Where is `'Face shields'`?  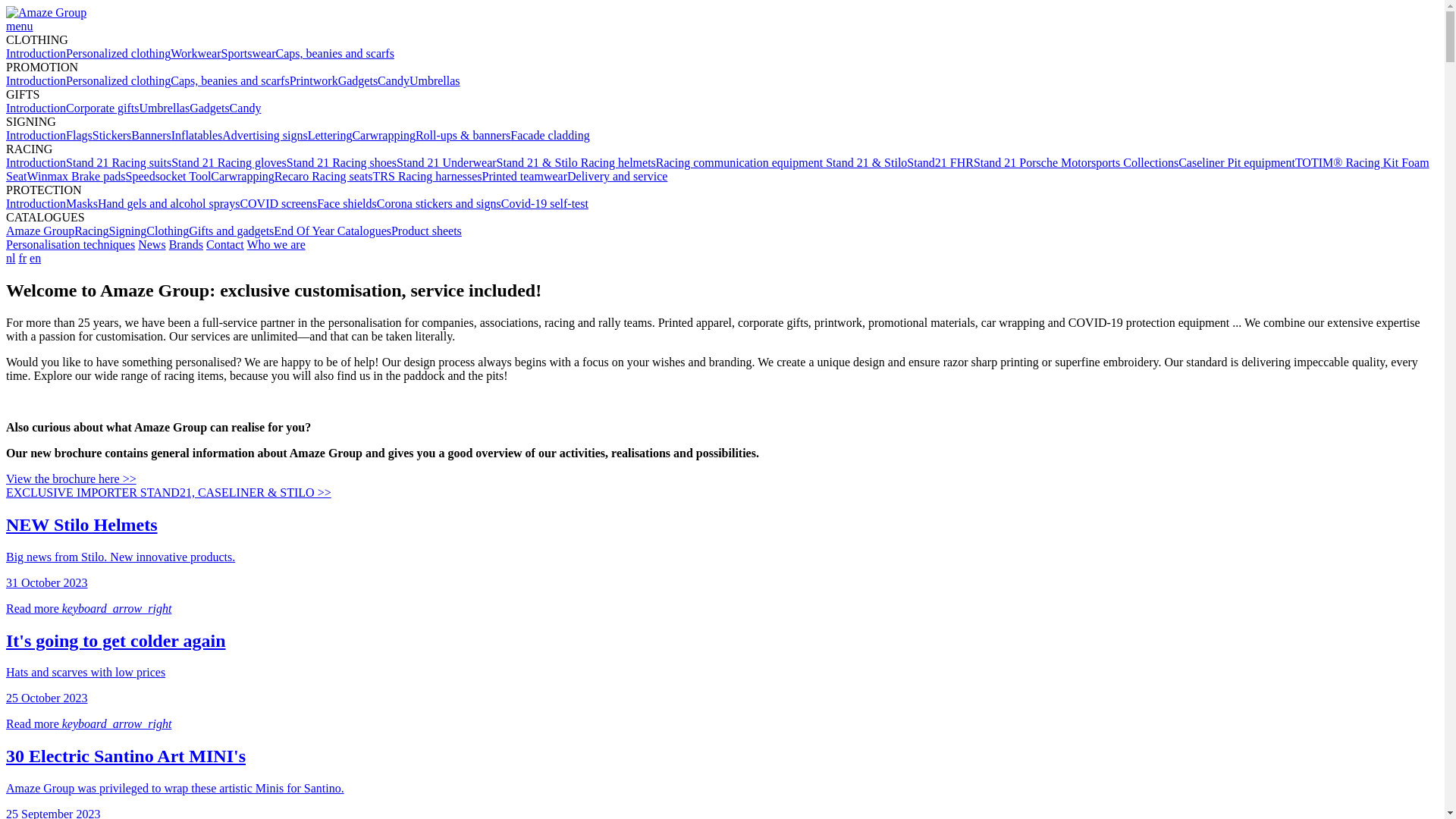 'Face shields' is located at coordinates (315, 202).